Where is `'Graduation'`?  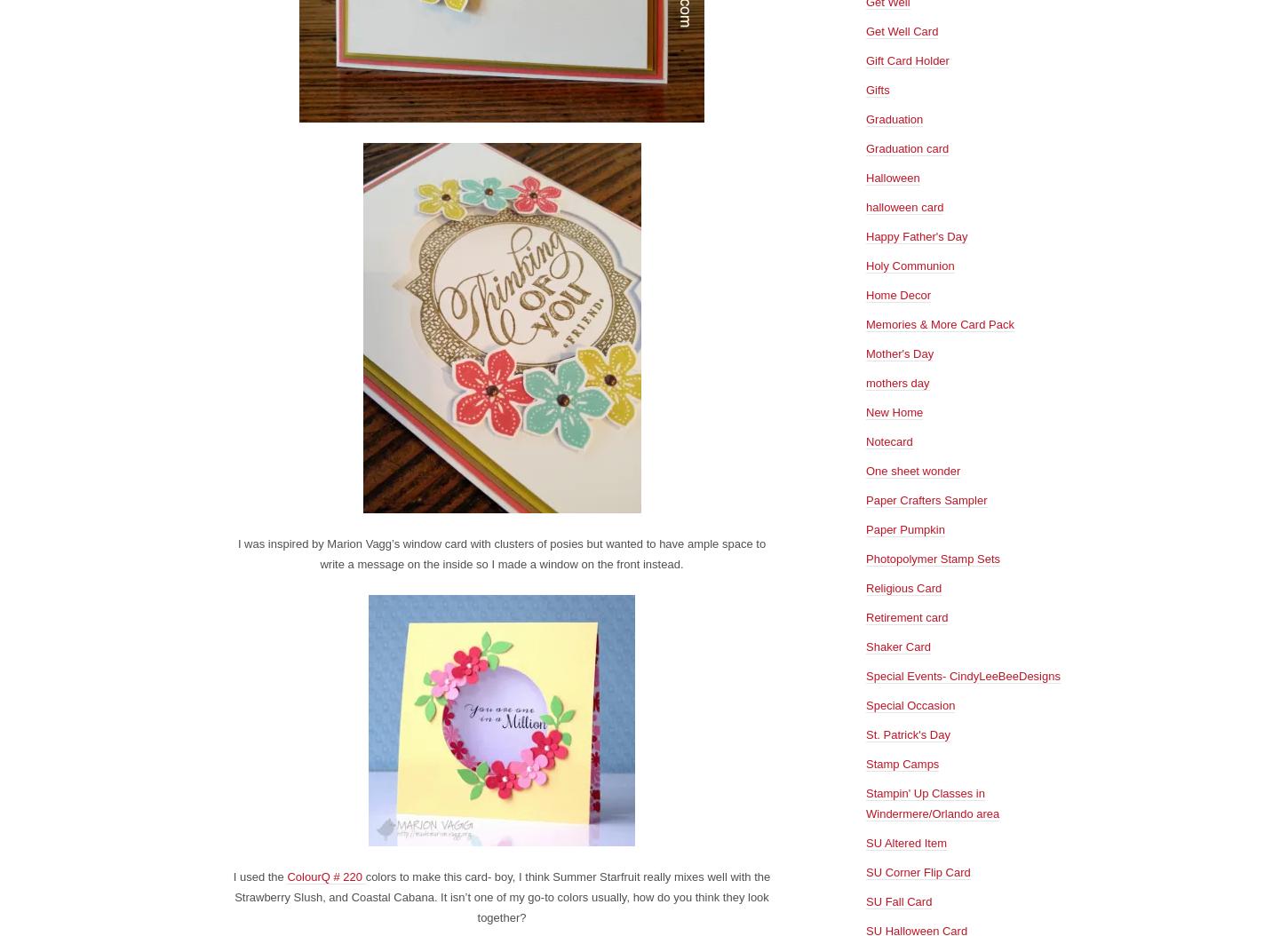 'Graduation' is located at coordinates (894, 118).